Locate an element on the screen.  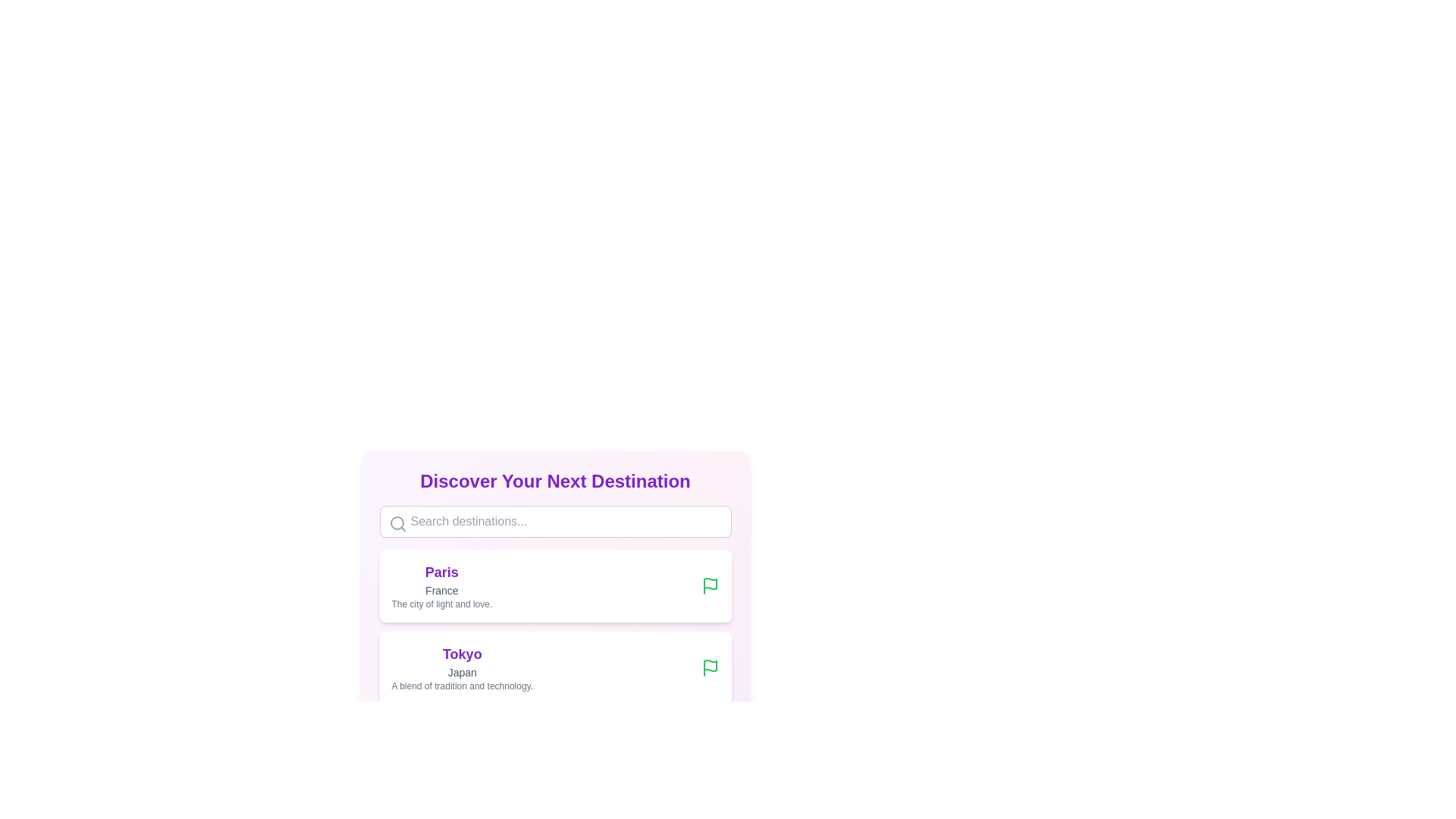
the List item containing 'Tokyo', which displays 'Tokyo' in bold purple, 'Japan' in gray, and 'A blend of tradition and technology.' in light gray, located in the lower part of the interface is located at coordinates (461, 667).